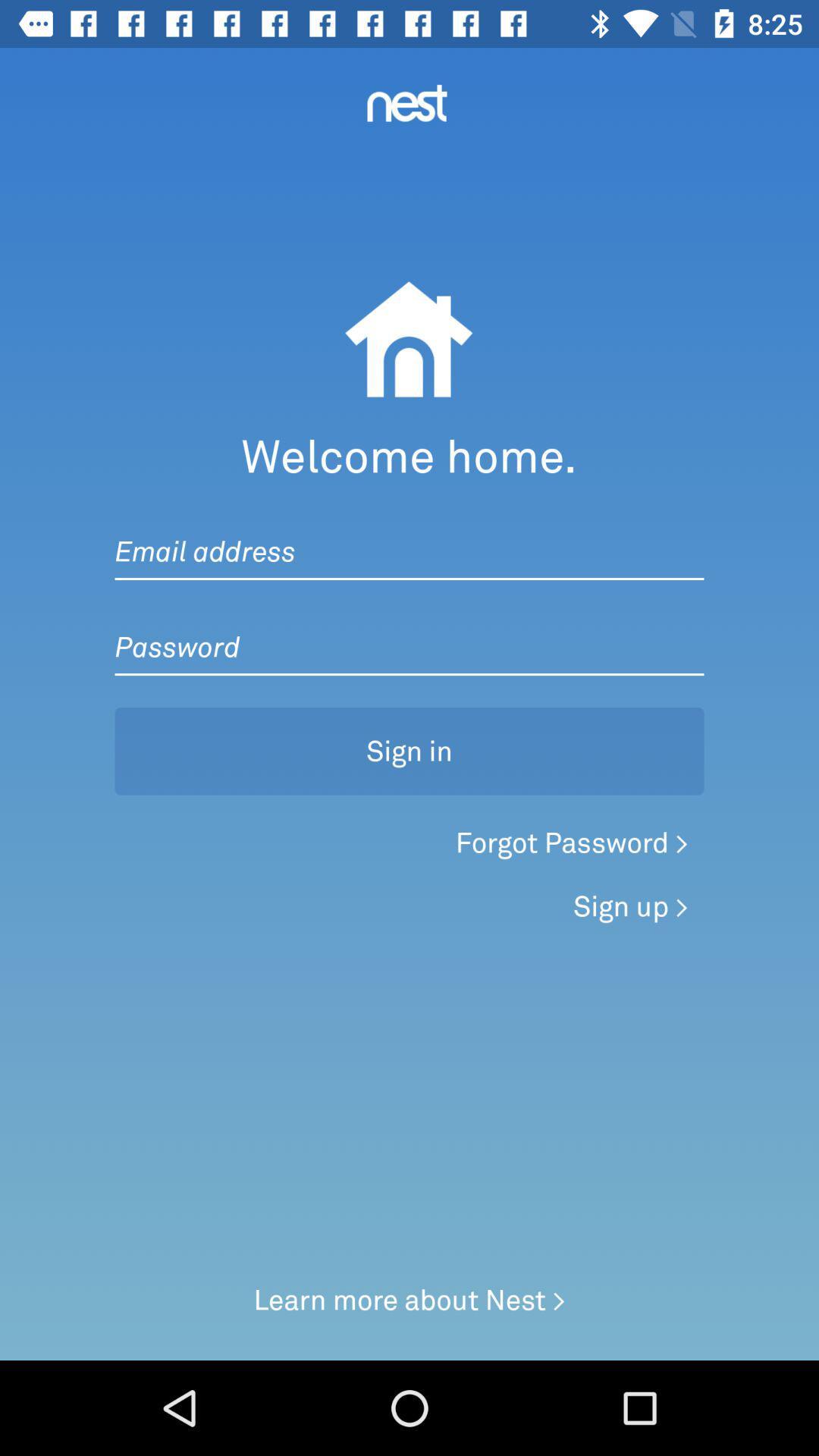  What do you see at coordinates (409, 751) in the screenshot?
I see `sign in icon` at bounding box center [409, 751].